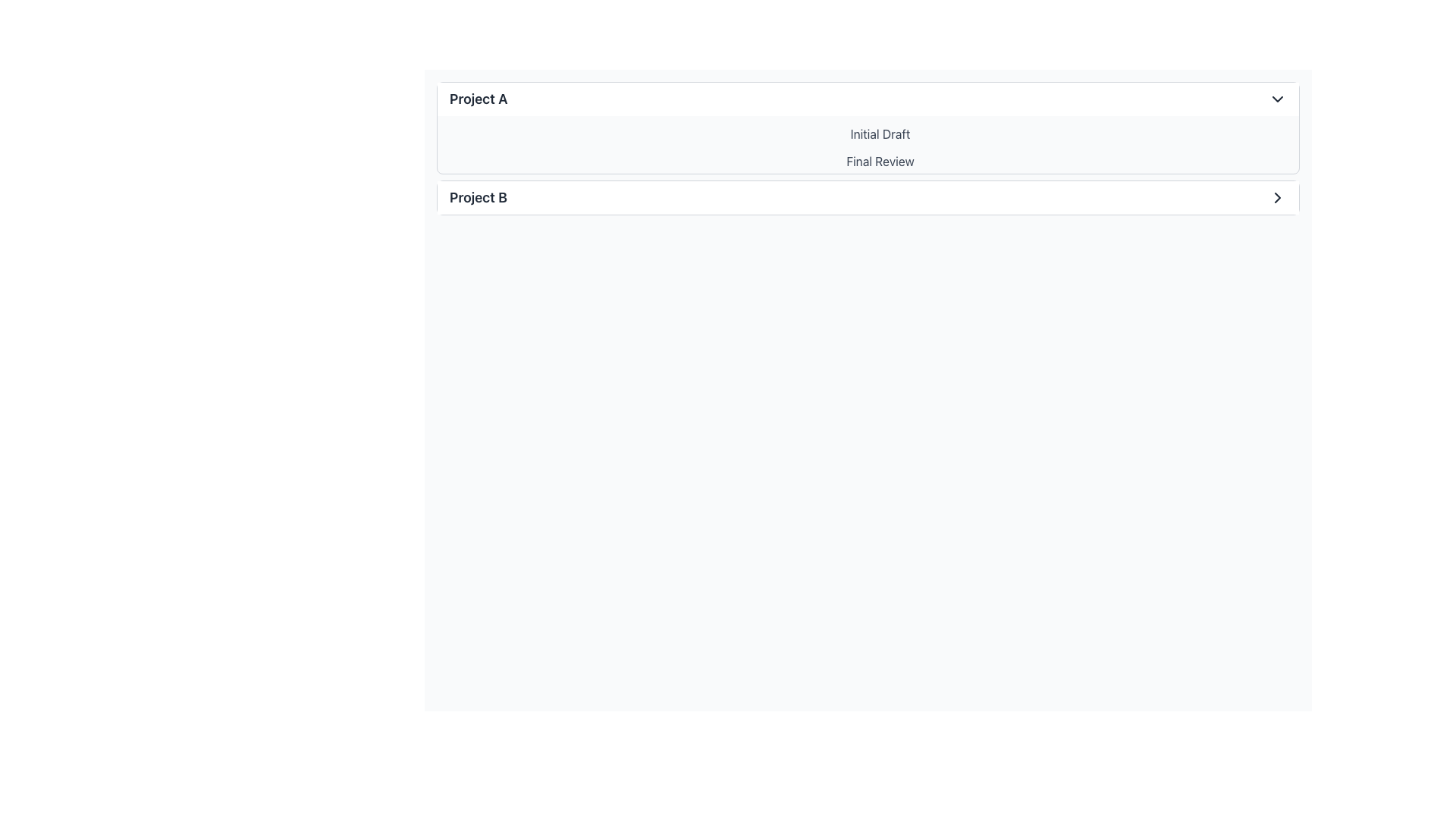 This screenshot has width=1456, height=819. I want to click on the iconic chevron-style button located at the far-right of the 'Project B' row, adjacent to the text 'Project B', so click(1276, 197).